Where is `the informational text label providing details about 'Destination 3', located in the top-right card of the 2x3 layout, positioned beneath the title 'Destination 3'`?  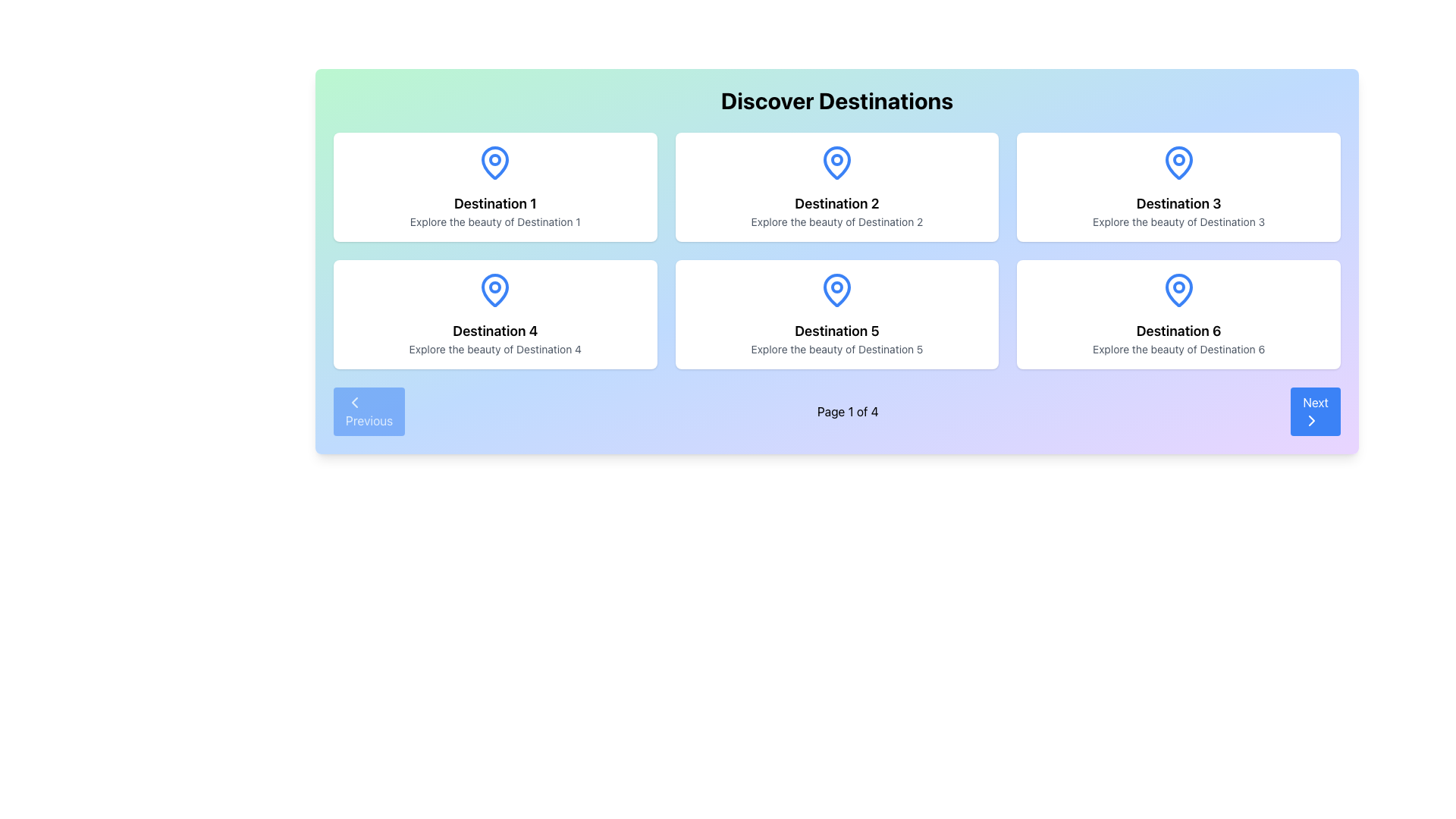
the informational text label providing details about 'Destination 3', located in the top-right card of the 2x3 layout, positioned beneath the title 'Destination 3' is located at coordinates (1178, 222).